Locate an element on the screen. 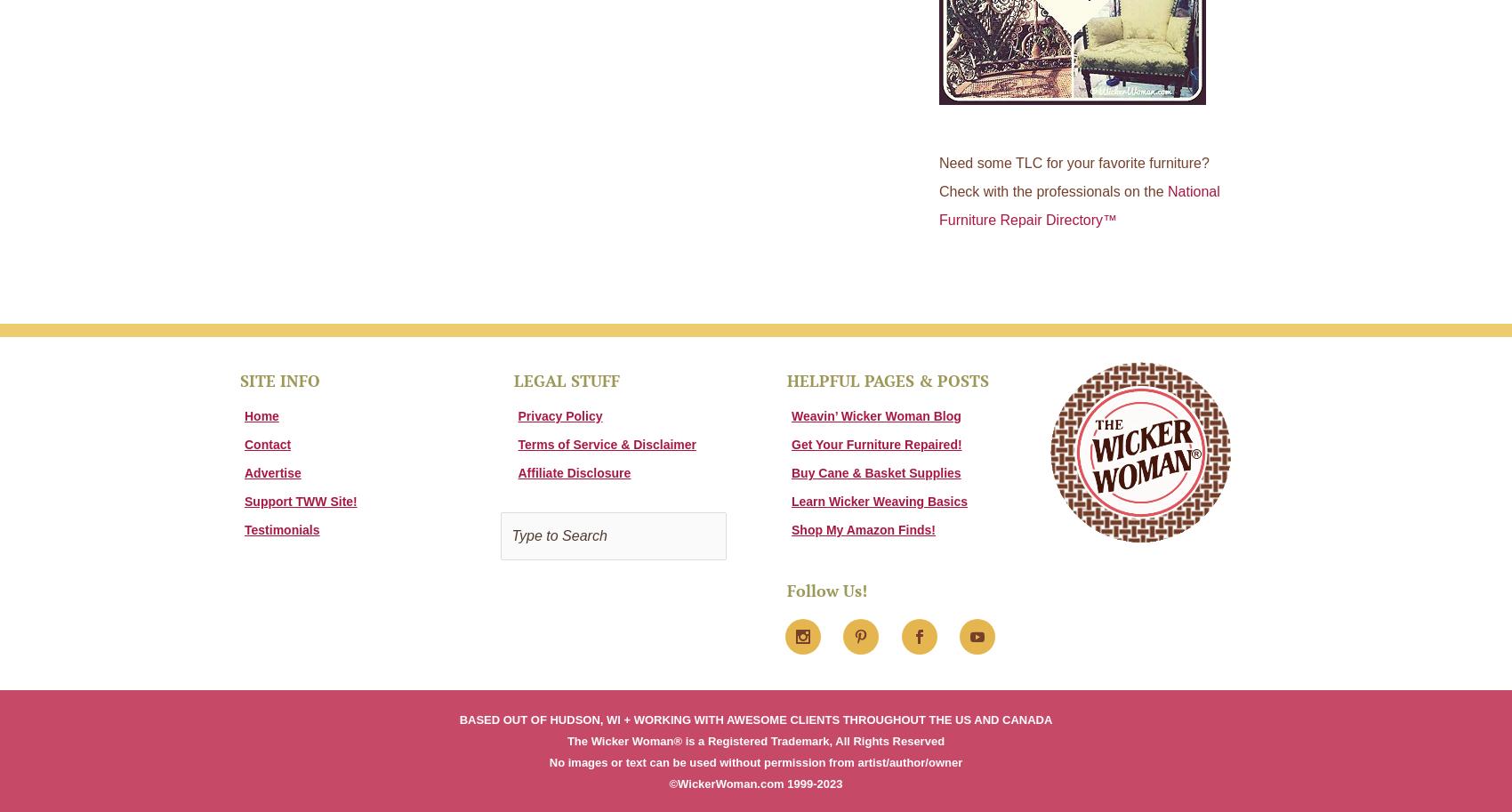 The image size is (1512, 812). 'SITE INFO' is located at coordinates (280, 380).